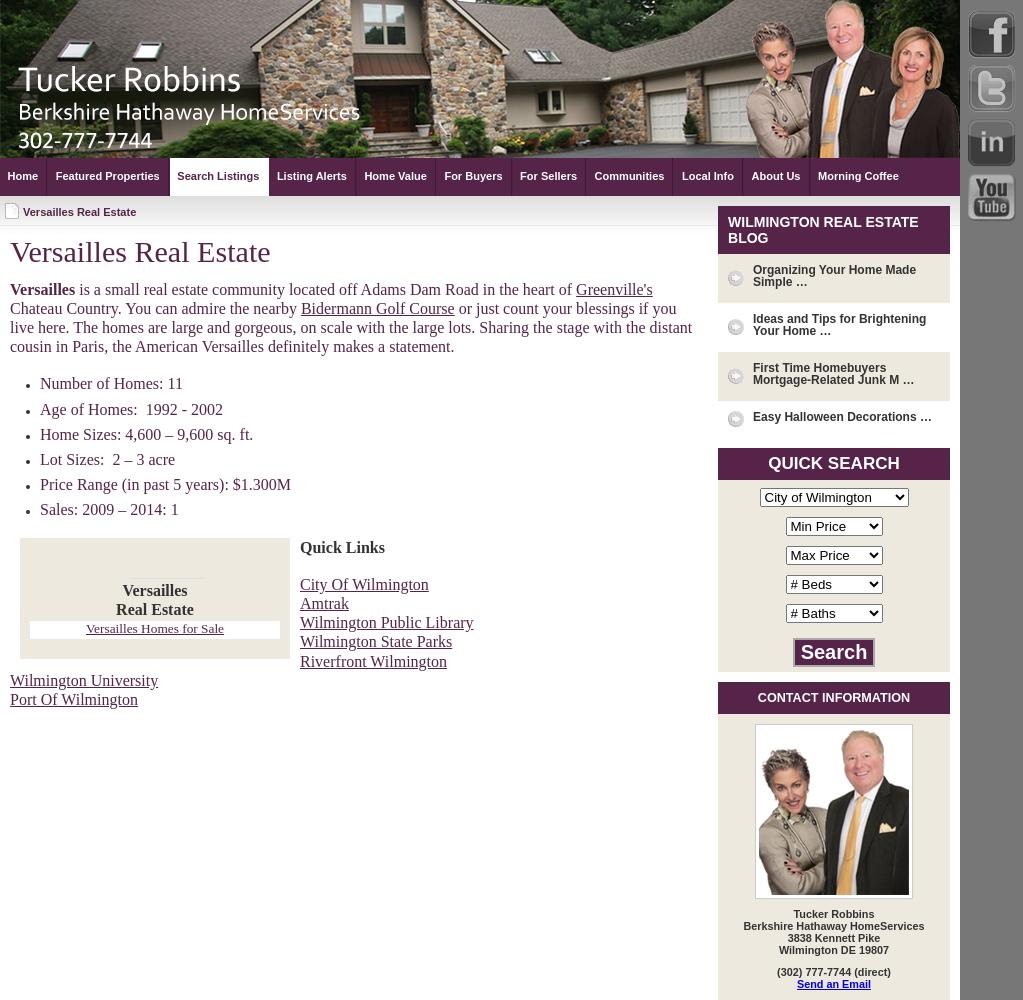  What do you see at coordinates (362, 582) in the screenshot?
I see `'City Of Wilmington'` at bounding box center [362, 582].